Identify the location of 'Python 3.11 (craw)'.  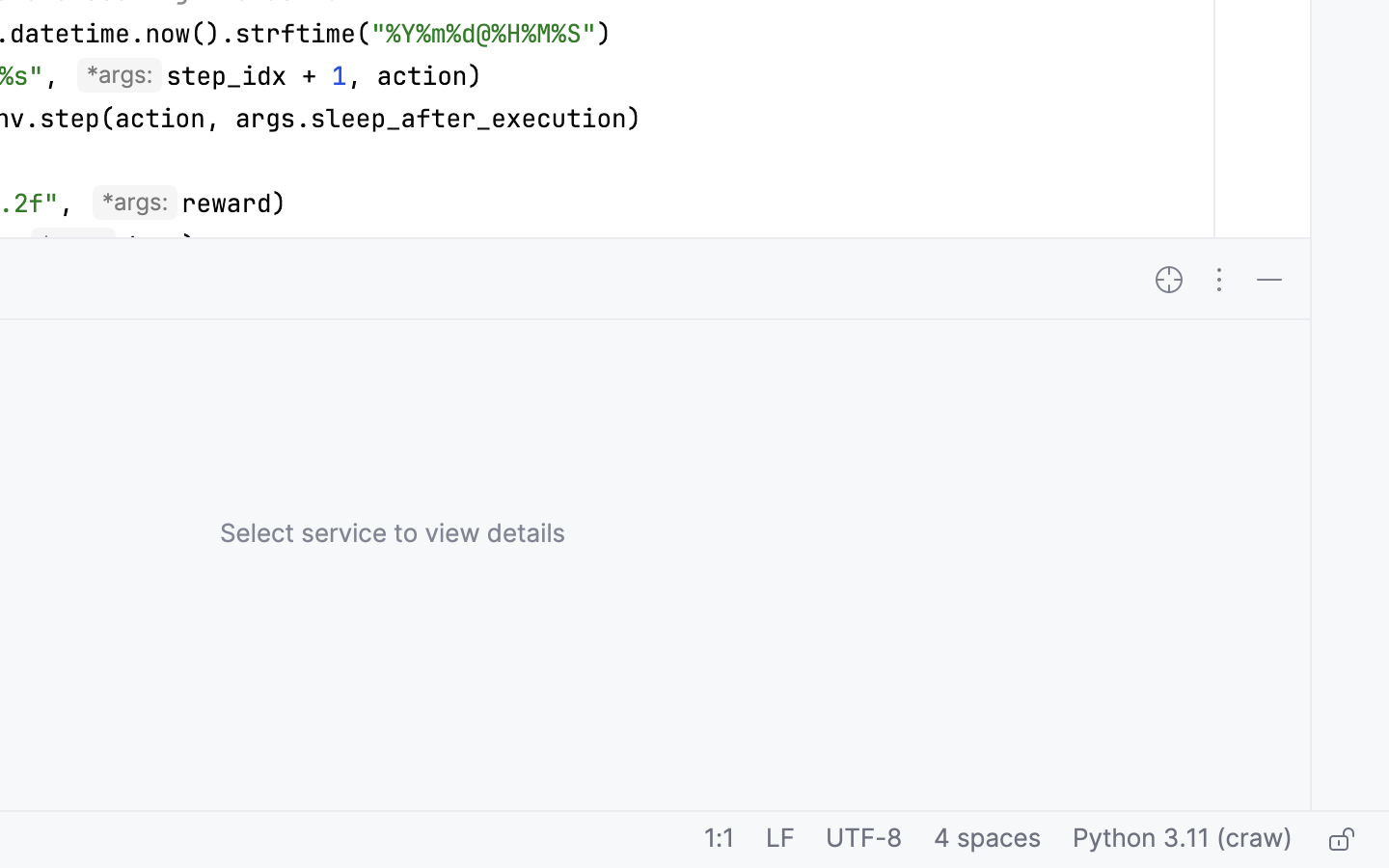
(1182, 840).